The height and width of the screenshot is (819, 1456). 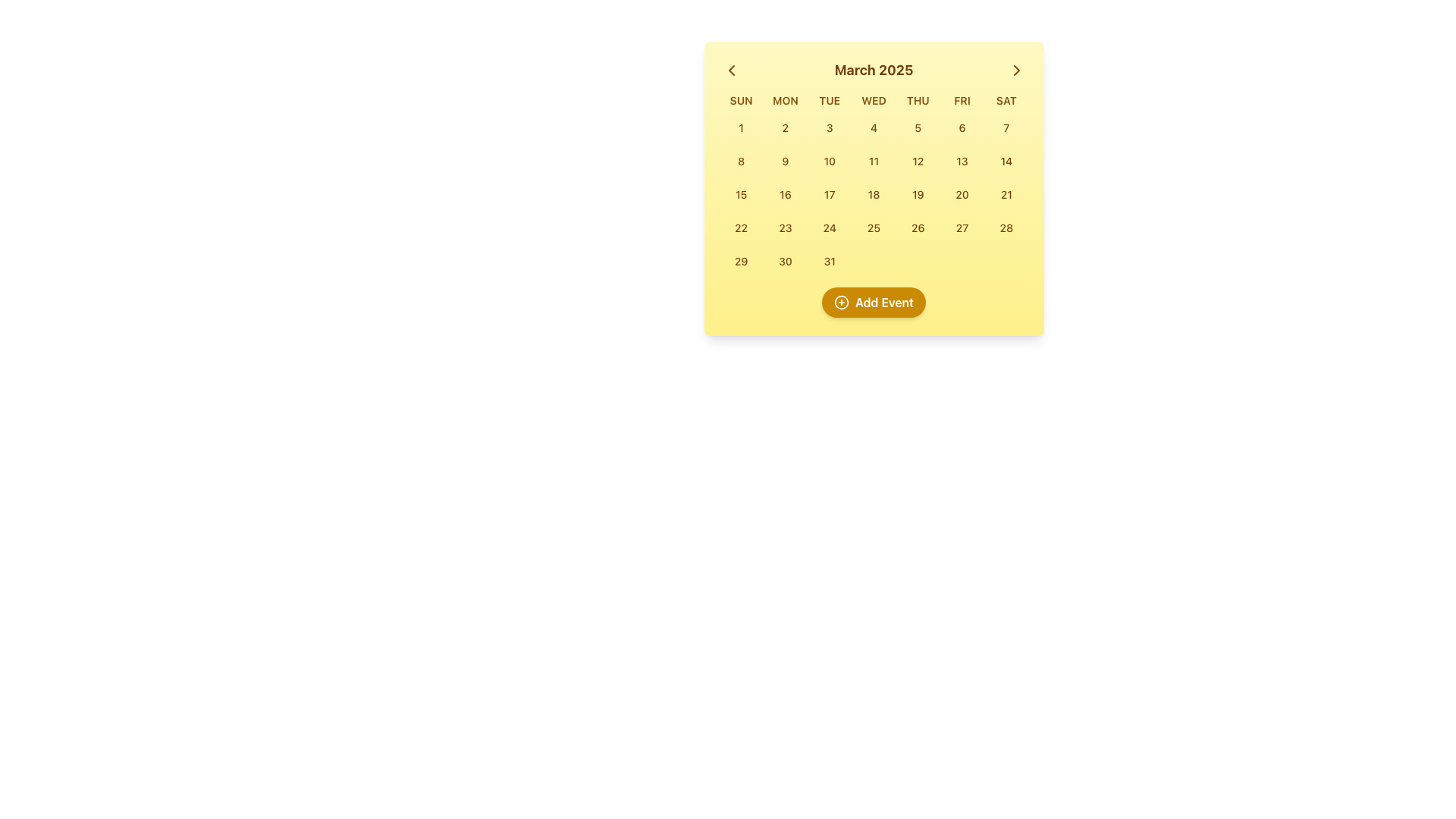 I want to click on the Calendar Date Cell representing the date '7' in the first row, seventh column of the March 2025 calendar, so click(x=1006, y=127).